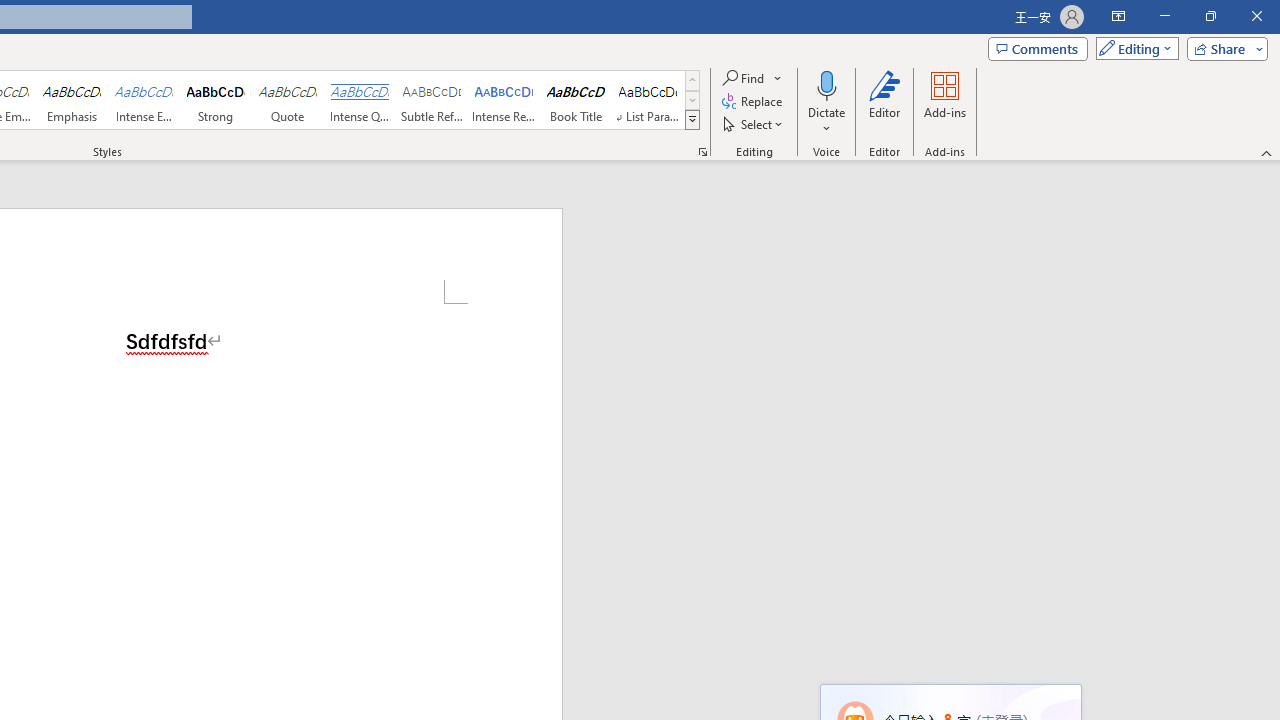 The width and height of the screenshot is (1280, 720). I want to click on 'Subtle Reference', so click(431, 100).